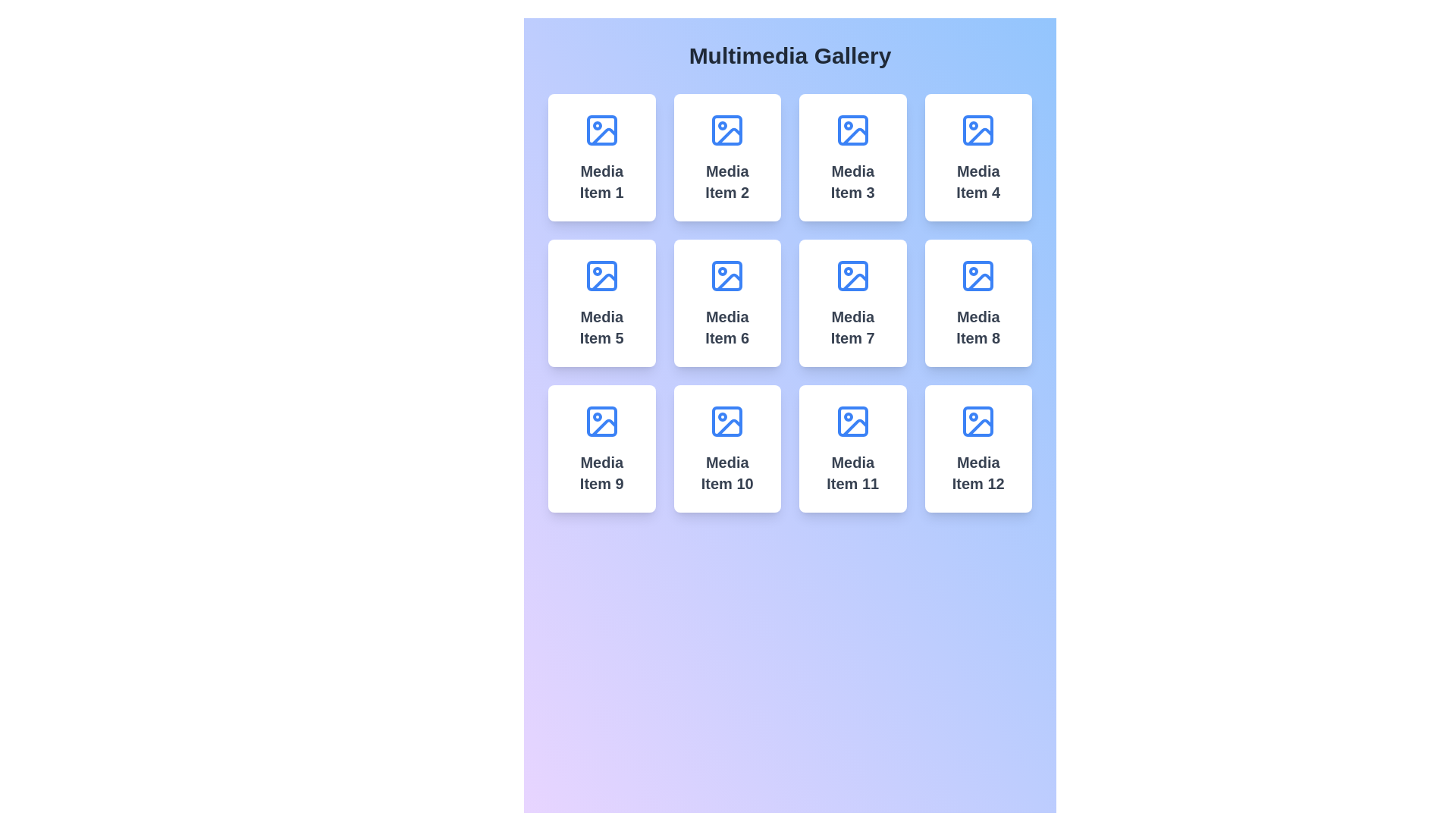  What do you see at coordinates (852, 180) in the screenshot?
I see `the text label displaying 'Media Item 3', which is prominently styled with a bold, enlarged dark gray font, centered within a clickable card with a white background and rounded corners` at bounding box center [852, 180].